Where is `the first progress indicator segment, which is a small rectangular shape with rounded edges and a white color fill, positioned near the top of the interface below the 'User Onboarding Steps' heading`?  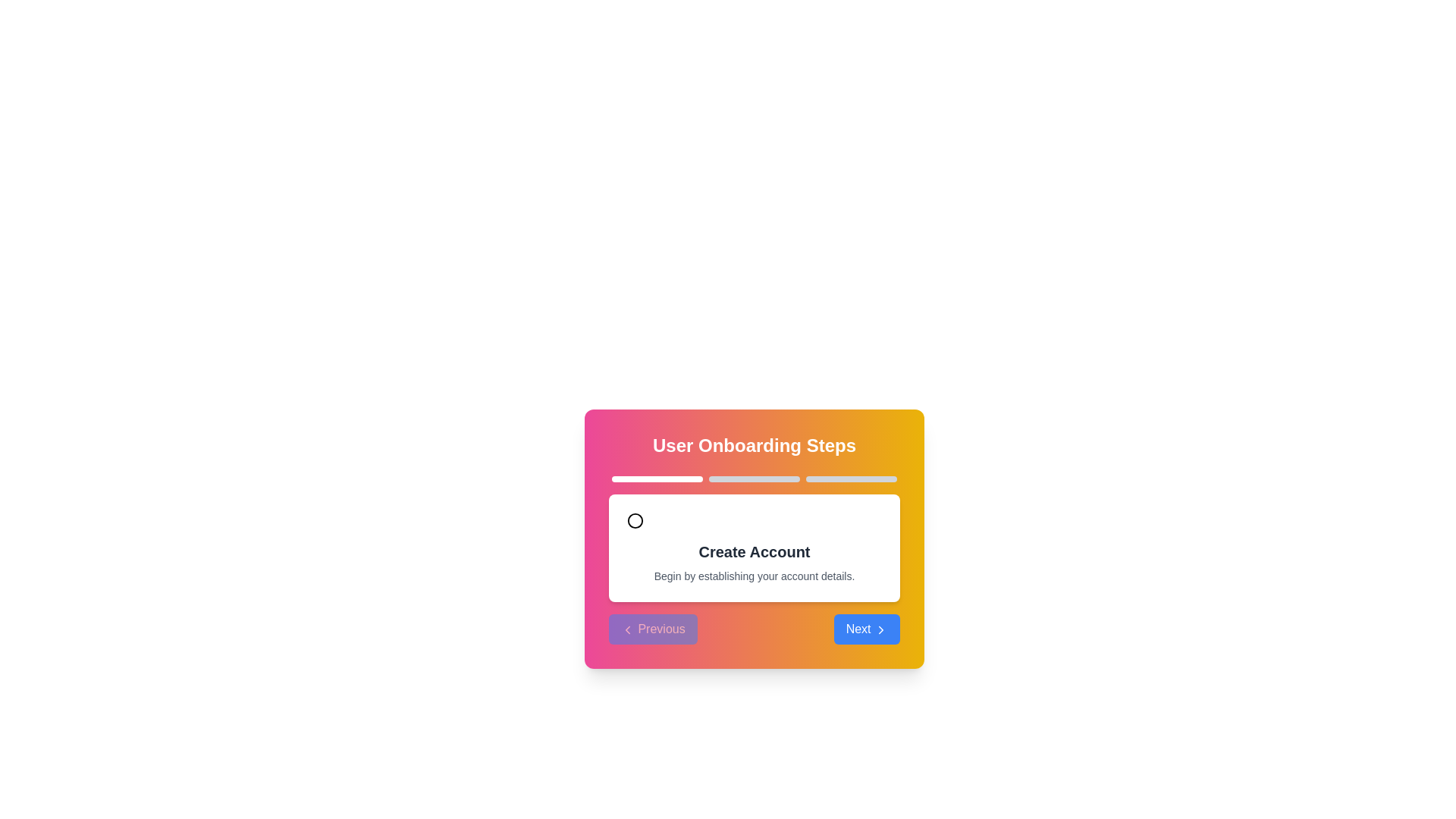 the first progress indicator segment, which is a small rectangular shape with rounded edges and a white color fill, positioned near the top of the interface below the 'User Onboarding Steps' heading is located at coordinates (657, 479).